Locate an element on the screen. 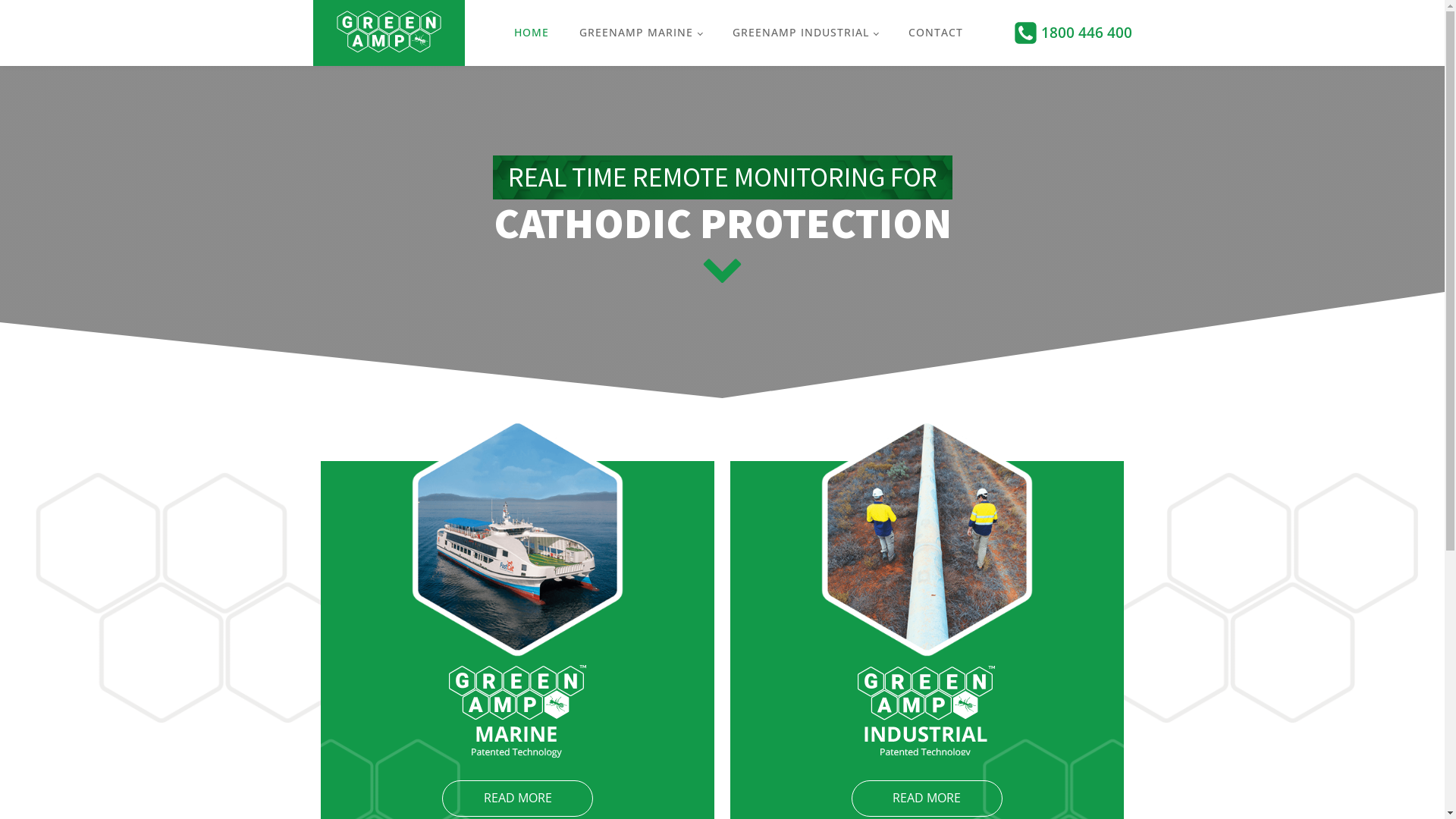  '1800 446 400' is located at coordinates (1040, 32).